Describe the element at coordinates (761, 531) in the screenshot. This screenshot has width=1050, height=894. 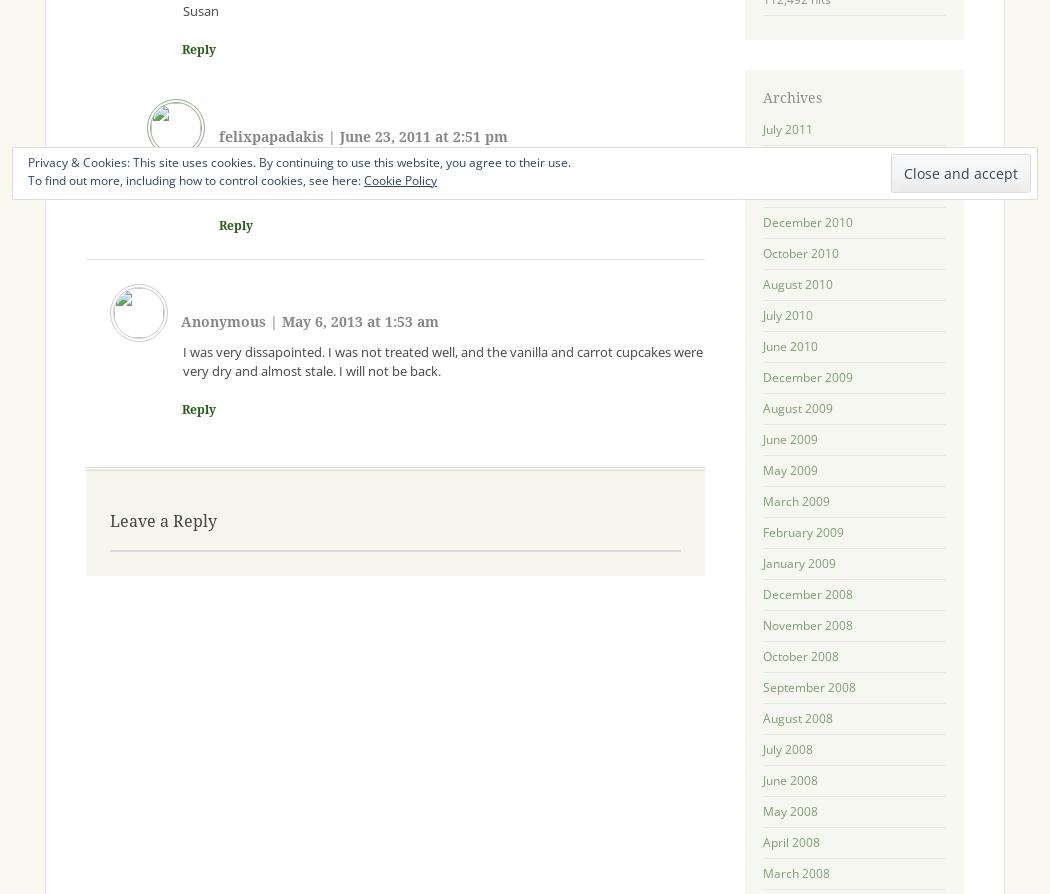
I see `'February 2009'` at that location.